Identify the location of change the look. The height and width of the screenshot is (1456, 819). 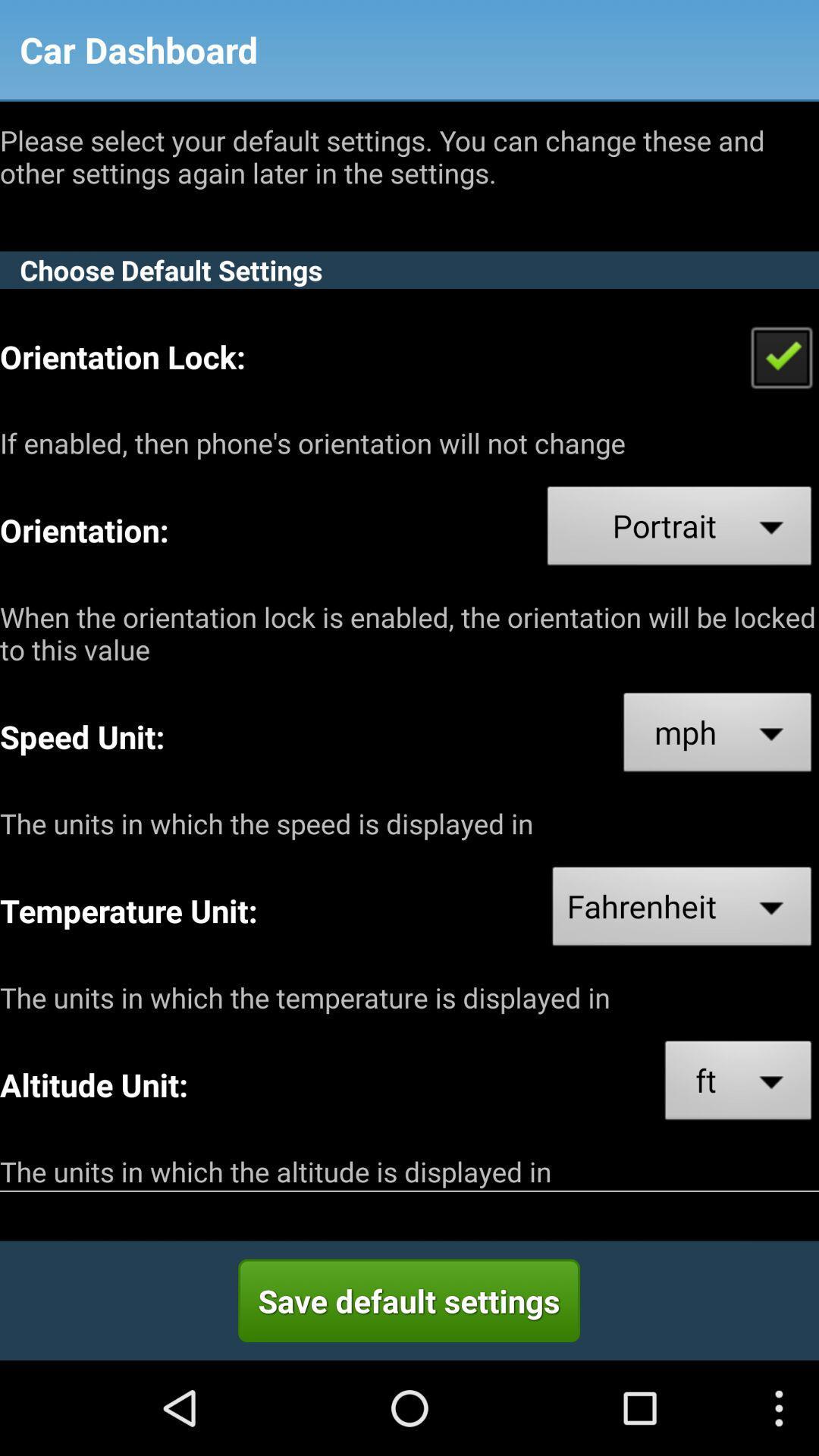
(781, 356).